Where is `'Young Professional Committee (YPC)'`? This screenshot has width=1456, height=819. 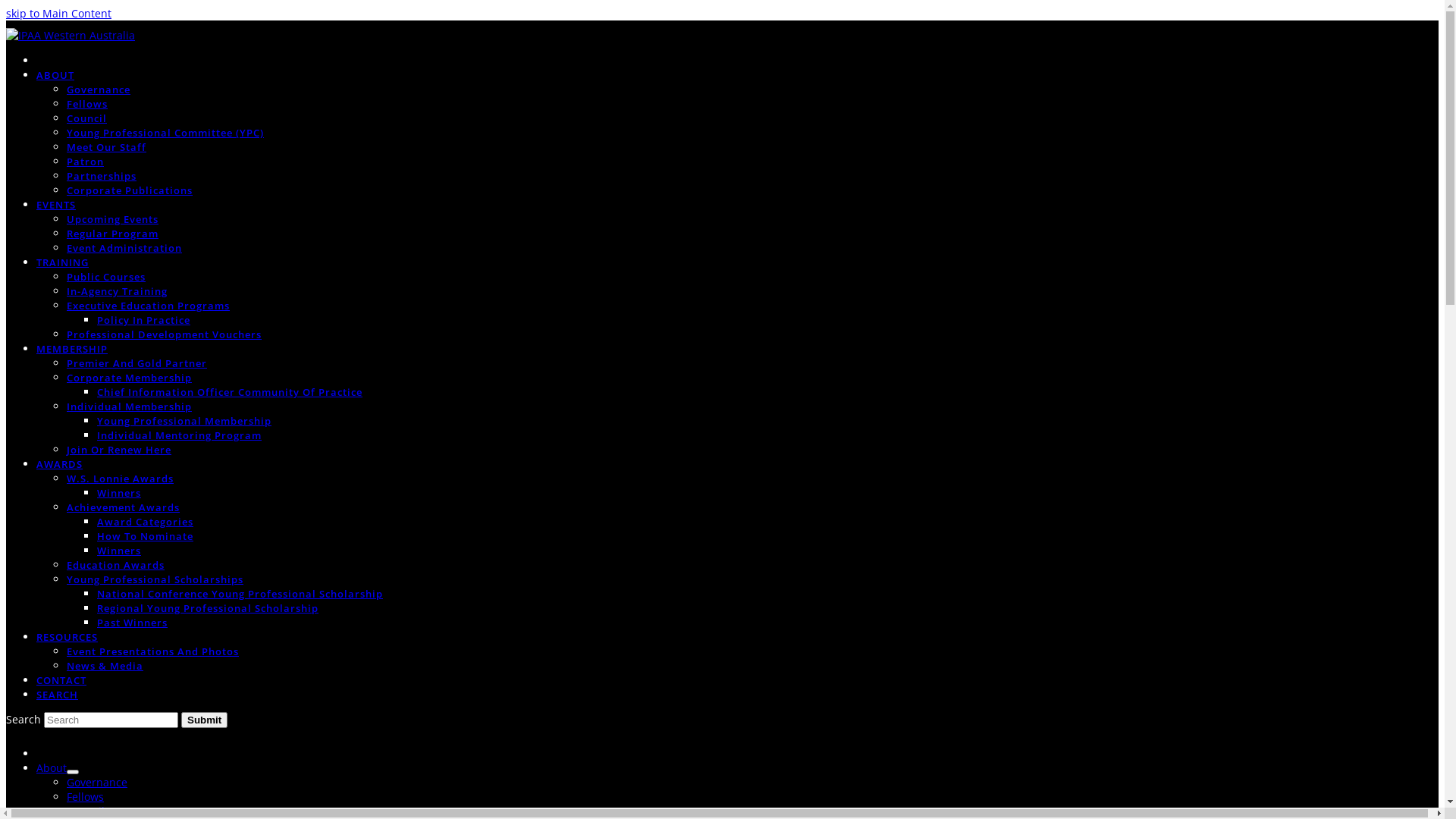
'Young Professional Committee (YPC)' is located at coordinates (65, 131).